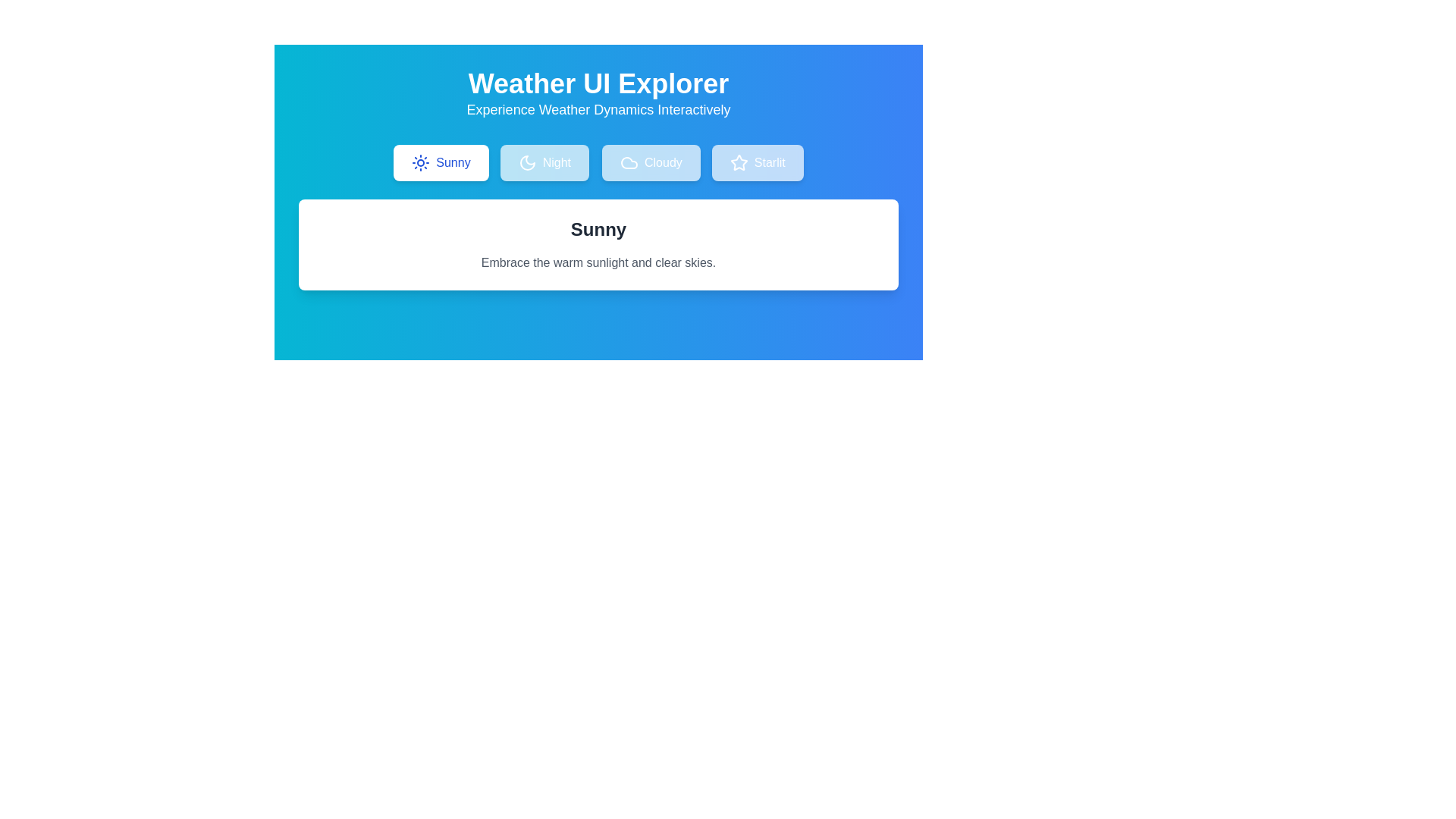 This screenshot has height=819, width=1456. What do you see at coordinates (439, 163) in the screenshot?
I see `the Sunny weather tab` at bounding box center [439, 163].